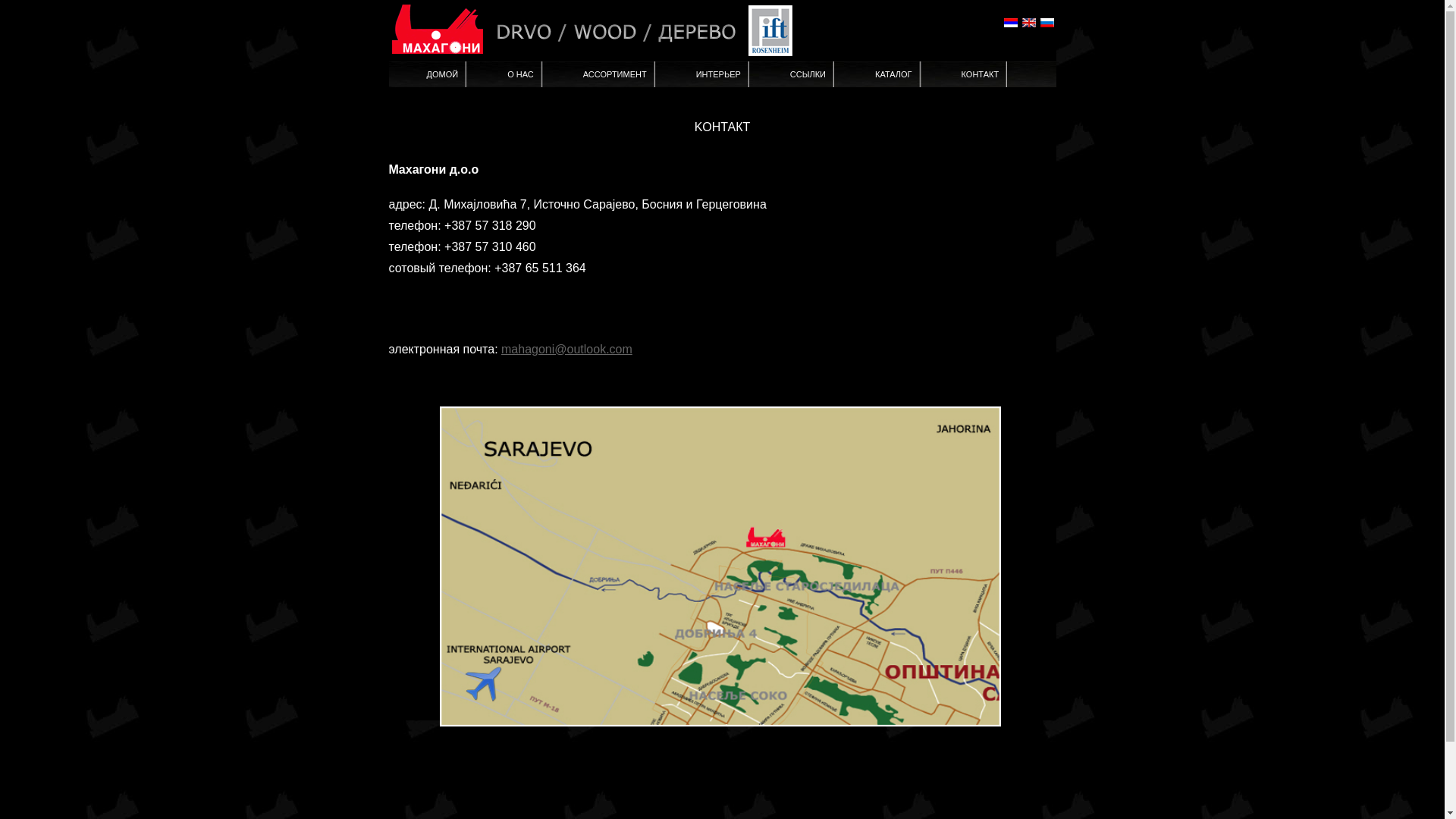  Describe the element at coordinates (1020, 23) in the screenshot. I see `'English '` at that location.